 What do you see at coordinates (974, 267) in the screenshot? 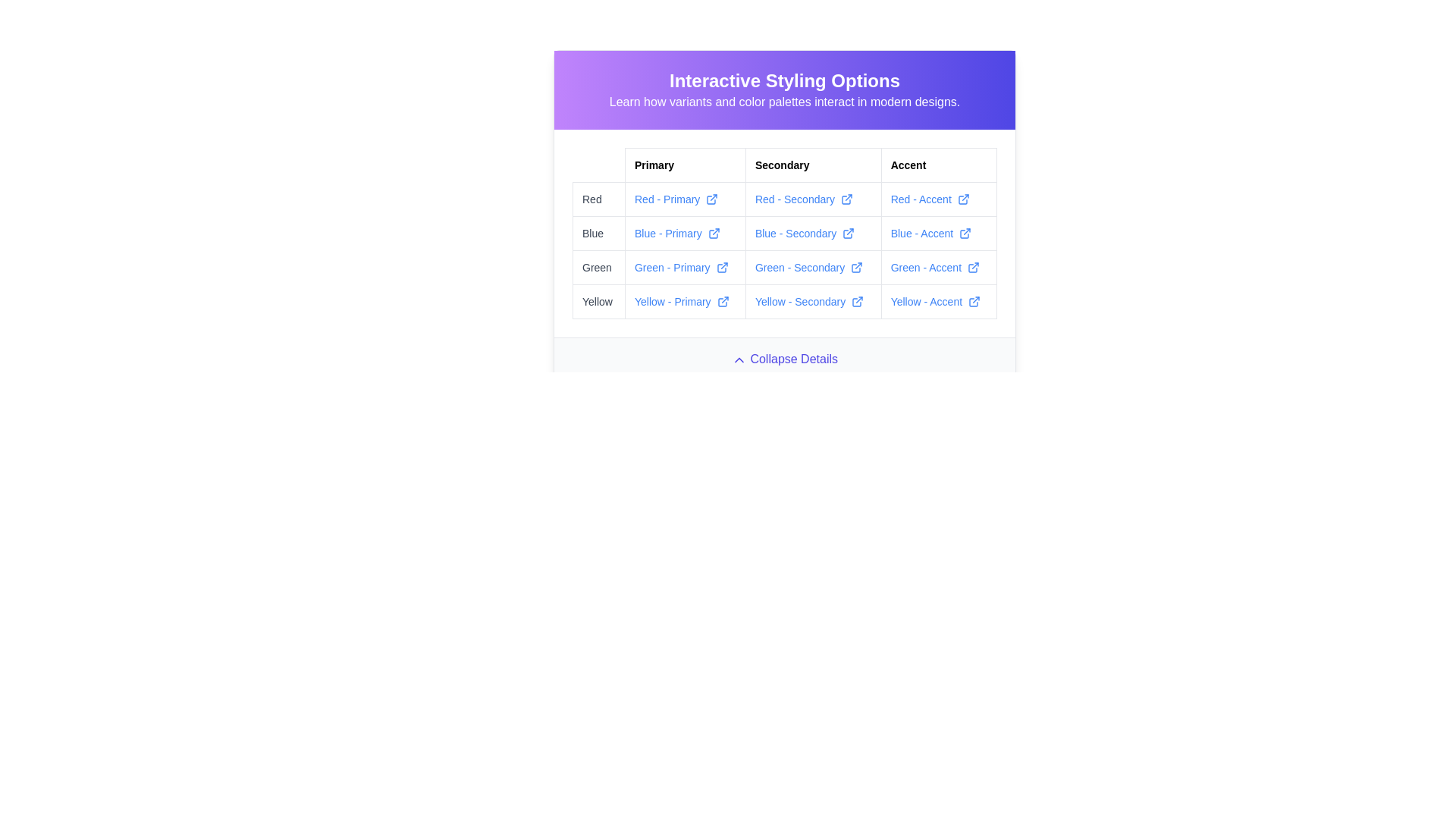
I see `the external link icon outlined in blue with an arrow pointing to the top-right corner, located adjacent to the text 'Green - Accent' in the table` at bounding box center [974, 267].